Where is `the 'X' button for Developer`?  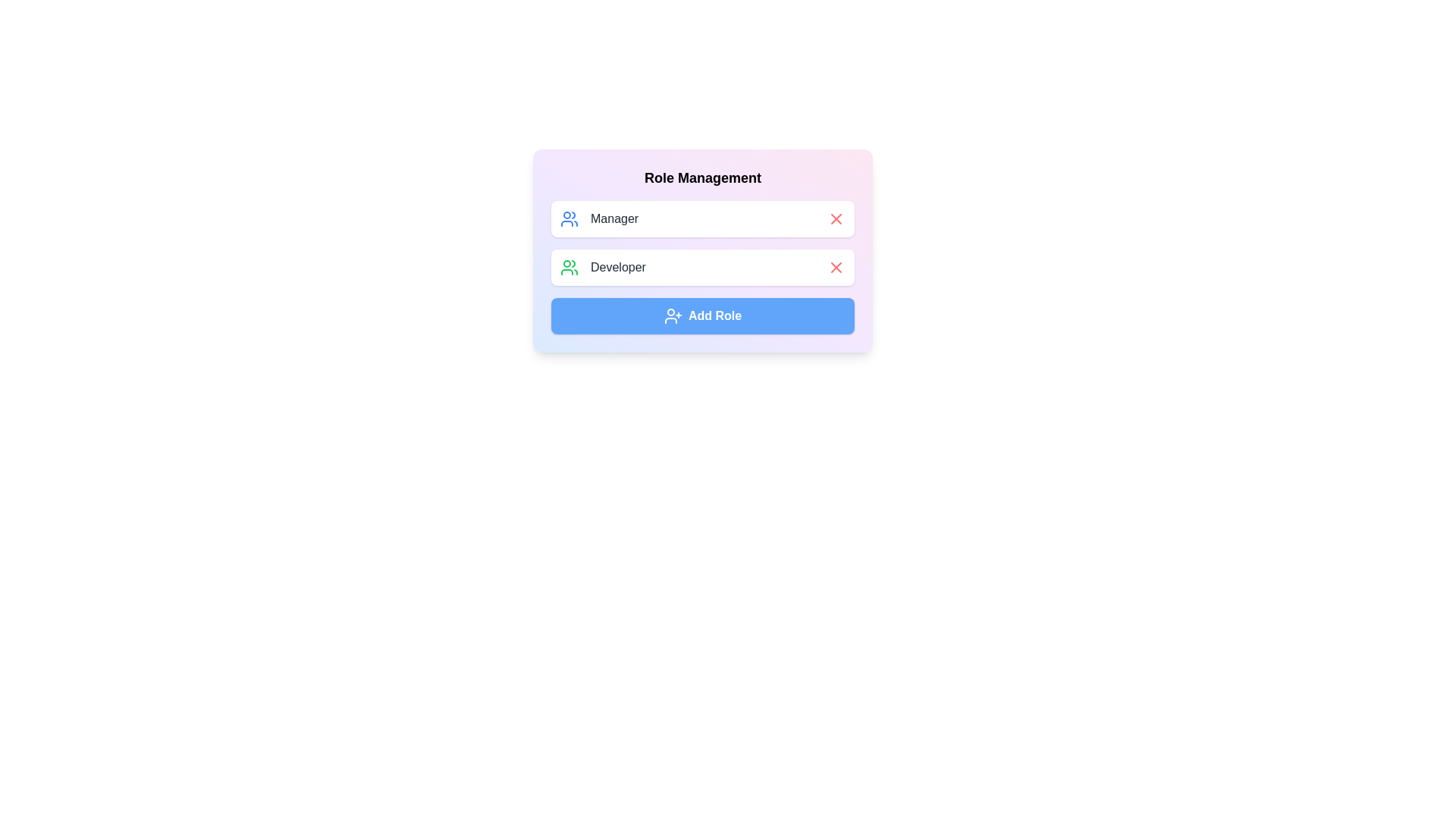 the 'X' button for Developer is located at coordinates (836, 267).